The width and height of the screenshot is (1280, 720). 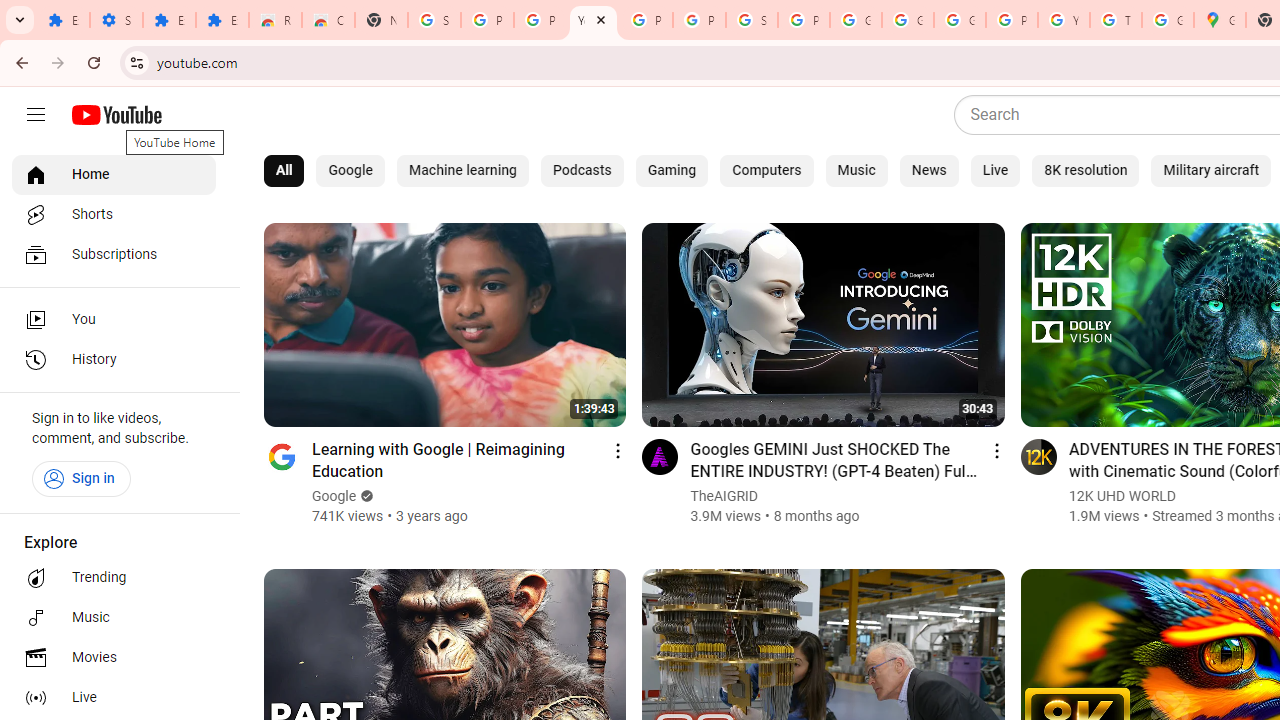 I want to click on 'Subscriptions', so click(x=112, y=253).